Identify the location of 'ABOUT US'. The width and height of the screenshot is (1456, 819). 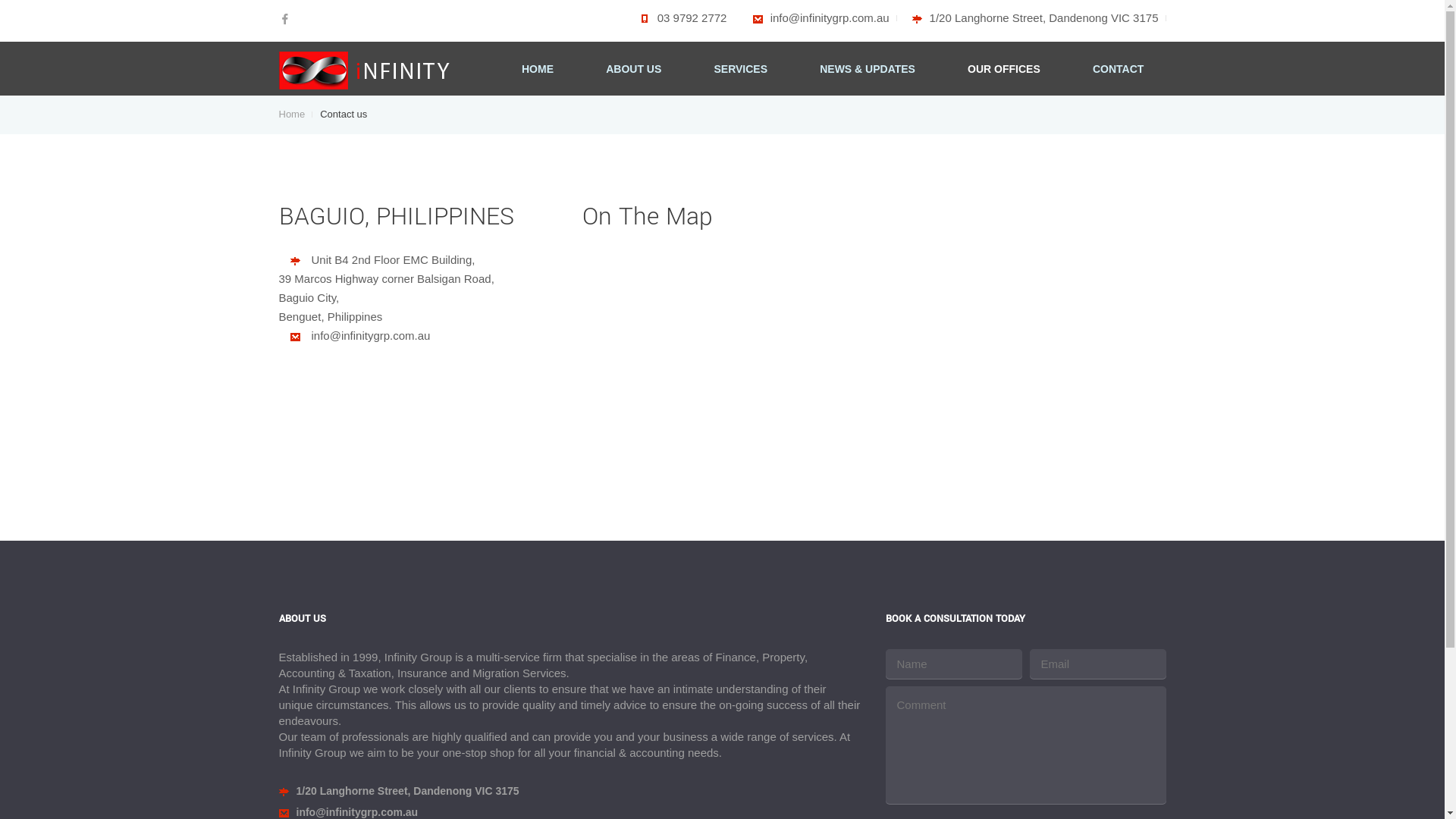
(633, 70).